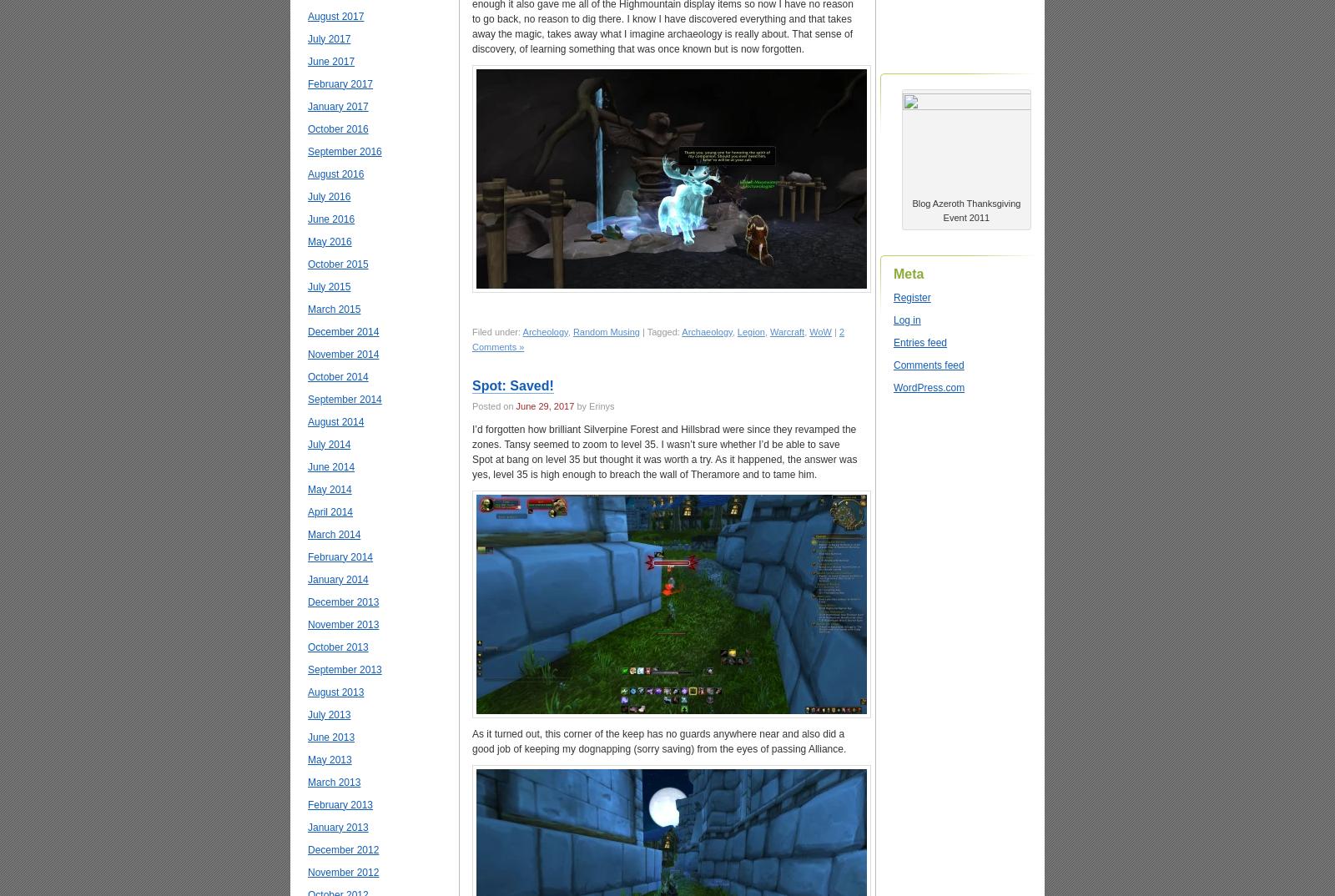 This screenshot has width=1335, height=896. What do you see at coordinates (894, 343) in the screenshot?
I see `'Entries feed'` at bounding box center [894, 343].